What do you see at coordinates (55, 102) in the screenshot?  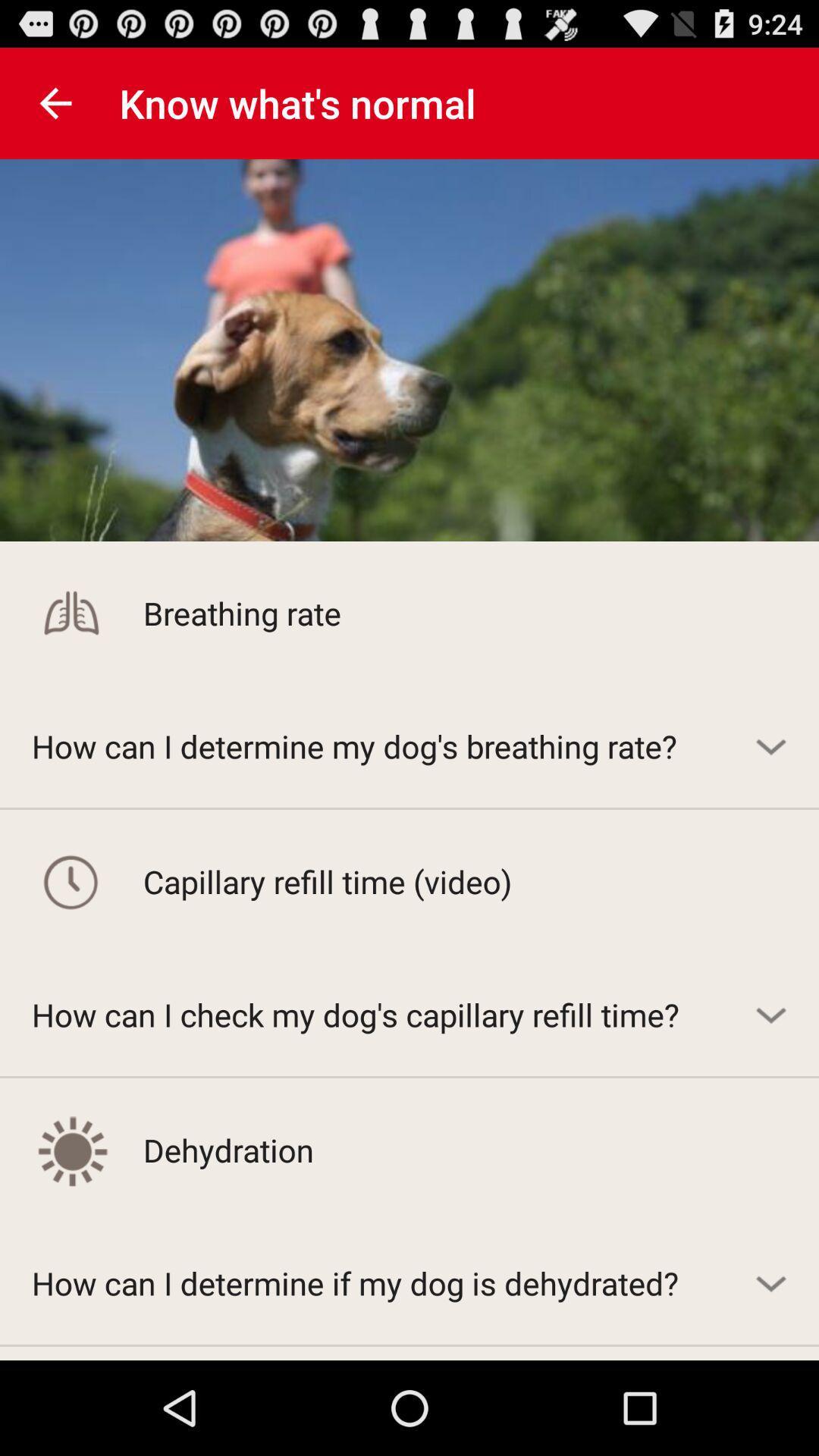 I see `the icon at the top left corner` at bounding box center [55, 102].